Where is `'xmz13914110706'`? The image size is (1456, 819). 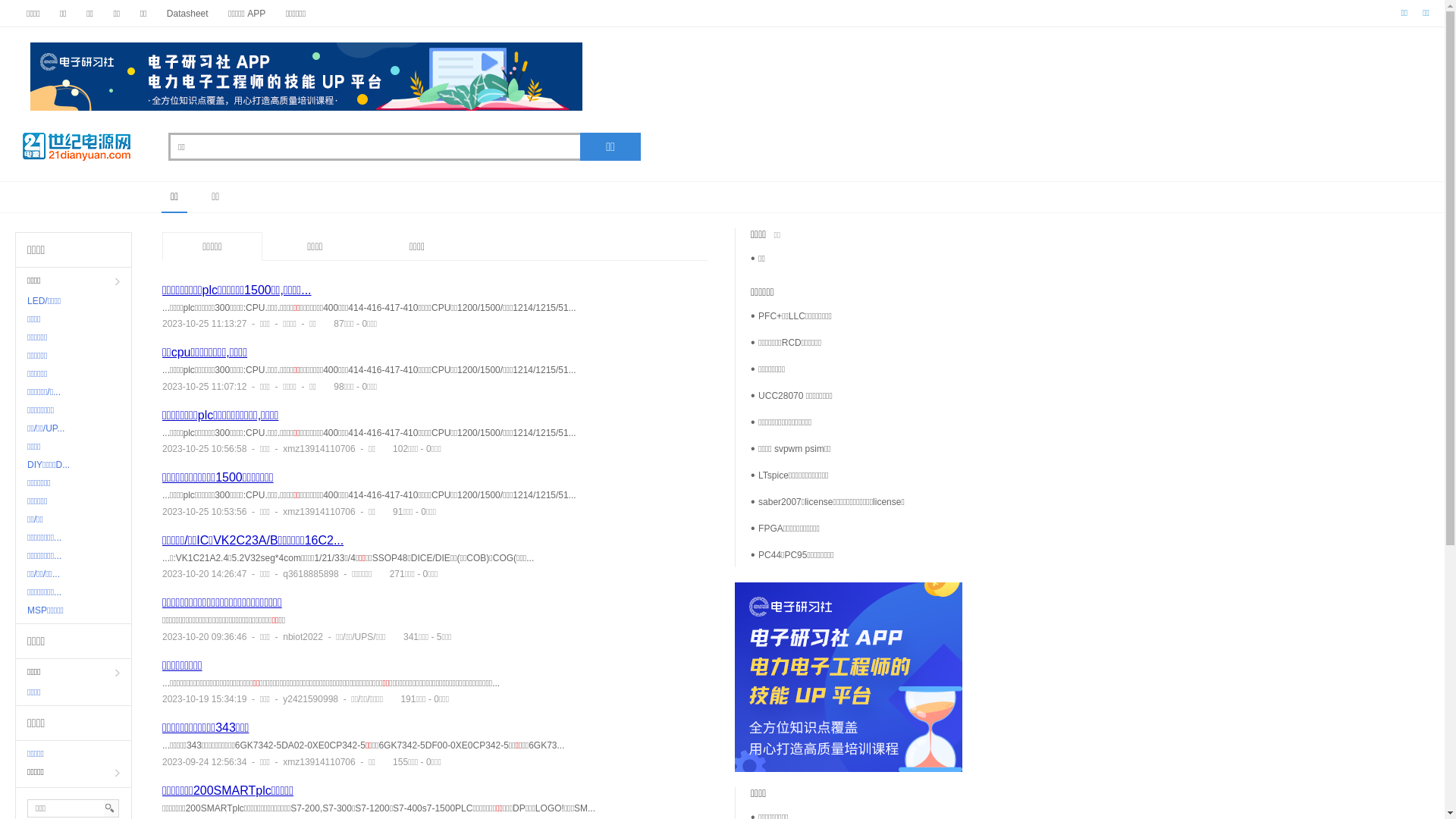
'xmz13914110706' is located at coordinates (318, 447).